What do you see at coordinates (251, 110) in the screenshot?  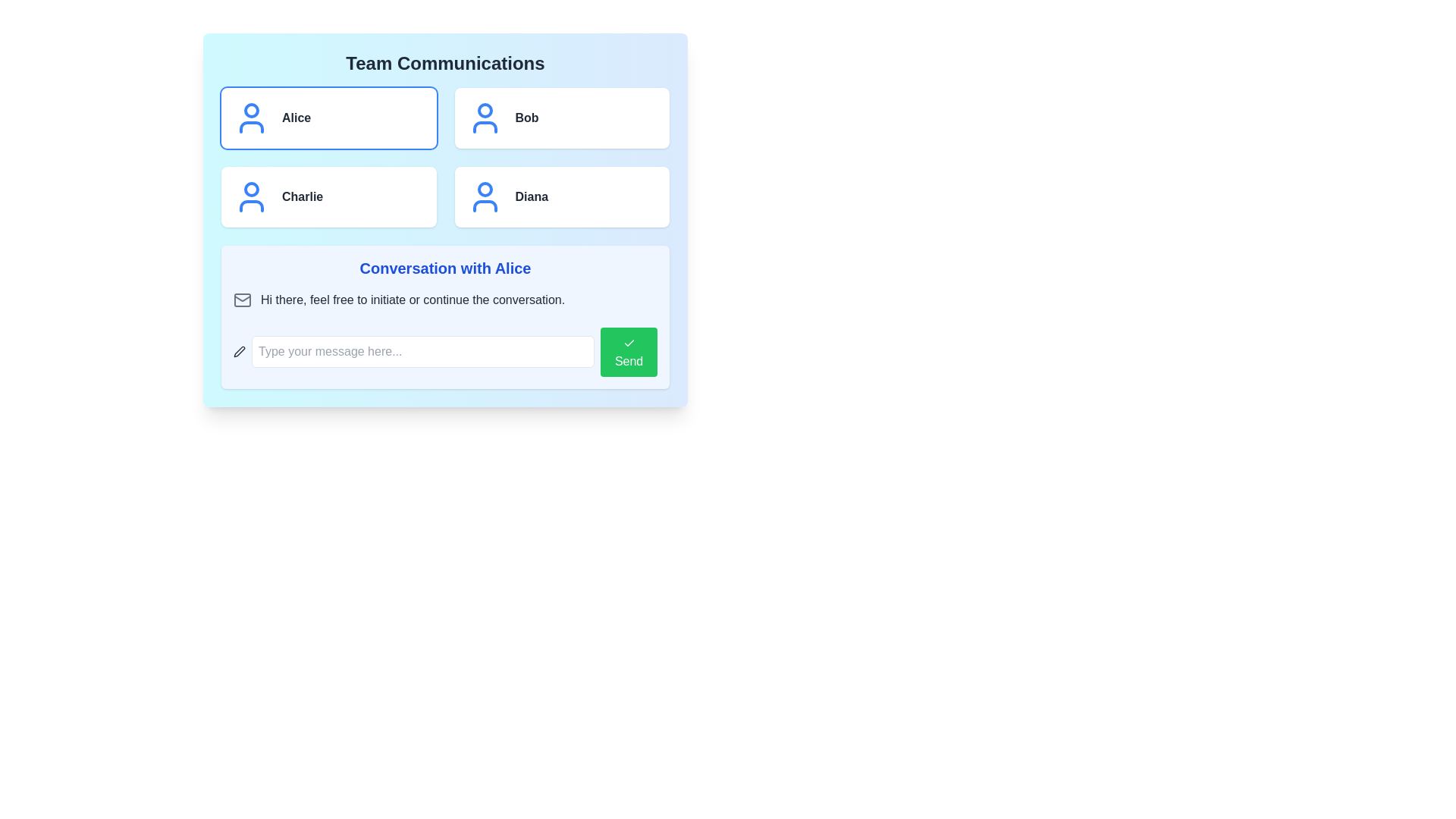 I see `the decorative indicator, which is a circular component nested within the user icon at the top left of the interface` at bounding box center [251, 110].